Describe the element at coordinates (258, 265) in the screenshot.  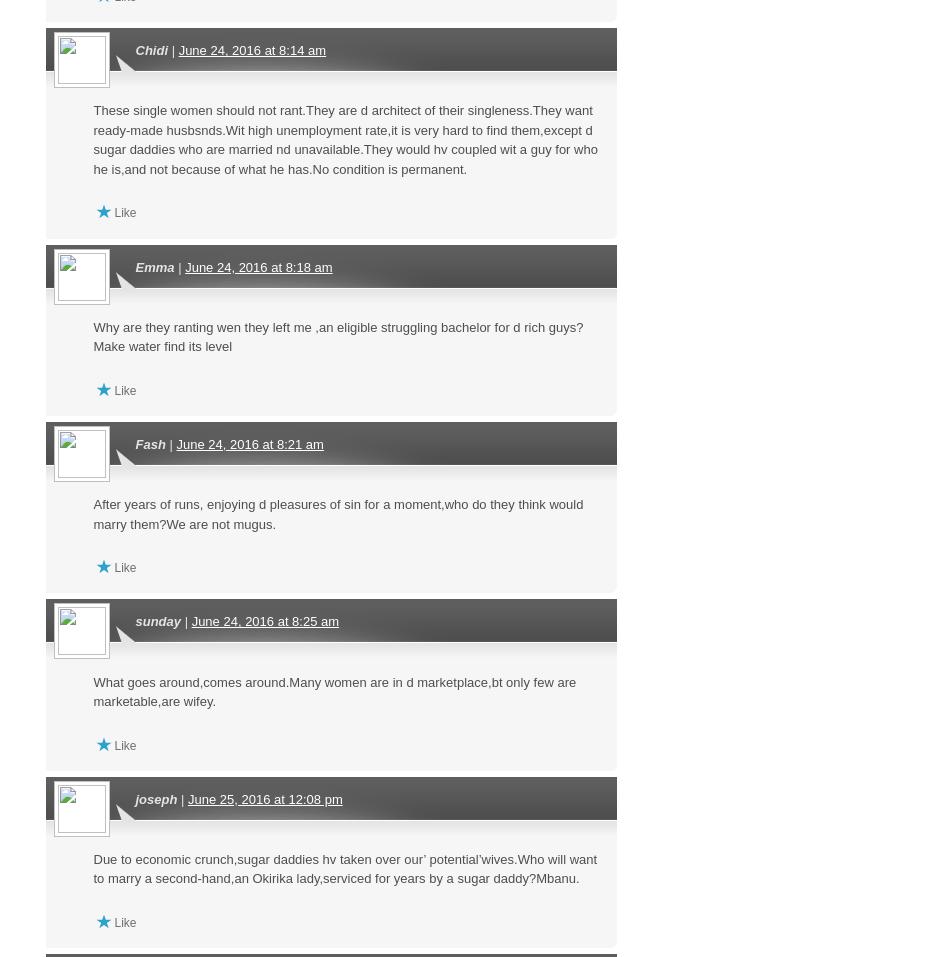
I see `'June 24, 2016 at 8:18 am'` at that location.